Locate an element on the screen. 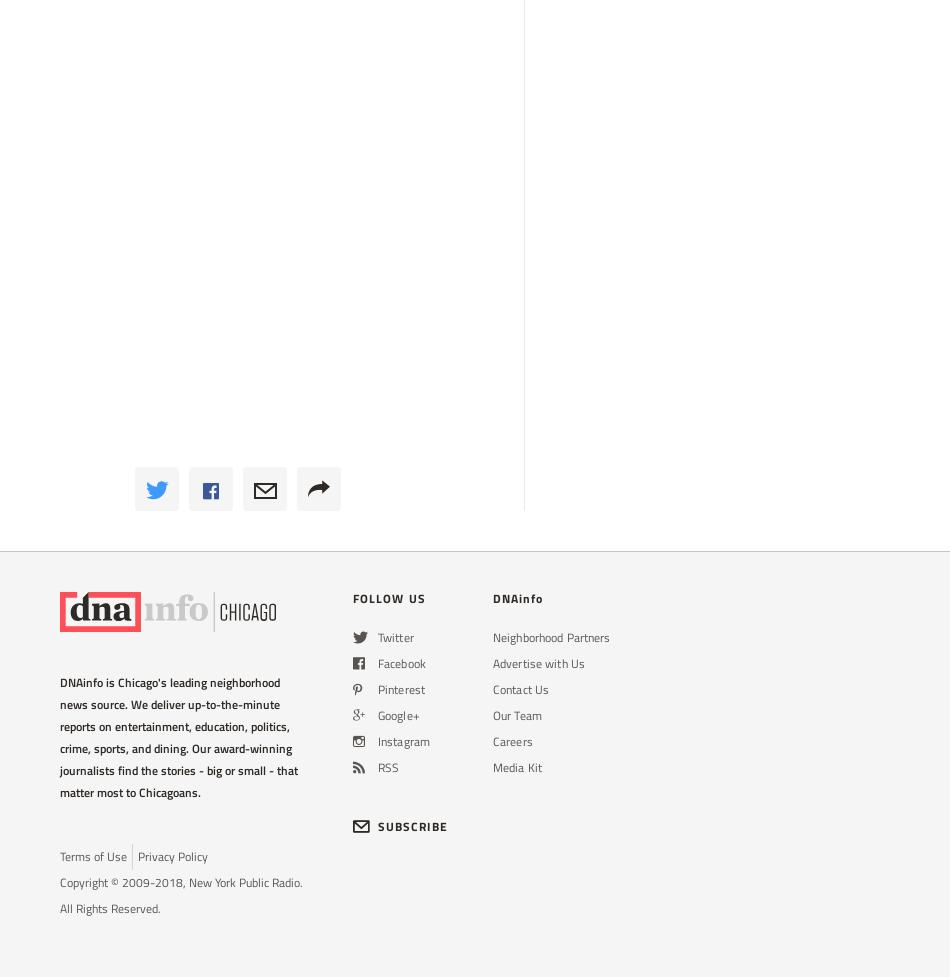 Image resolution: width=950 pixels, height=977 pixels. 'Instagram' is located at coordinates (403, 741).